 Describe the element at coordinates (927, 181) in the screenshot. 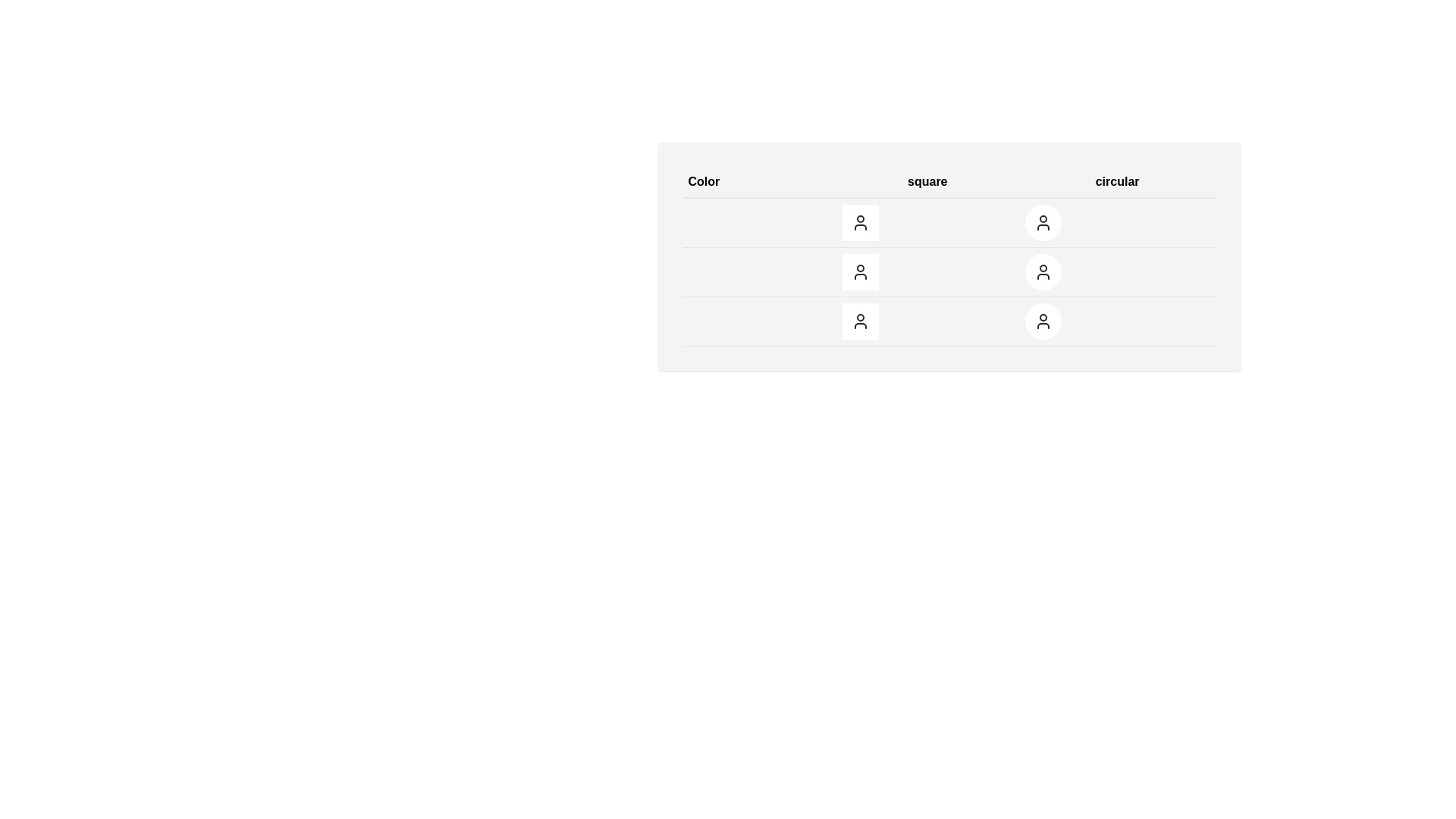

I see `the text label displaying the word 'square', which is centrally positioned between the labels 'Color' and 'circular' and features a bold text style` at that location.